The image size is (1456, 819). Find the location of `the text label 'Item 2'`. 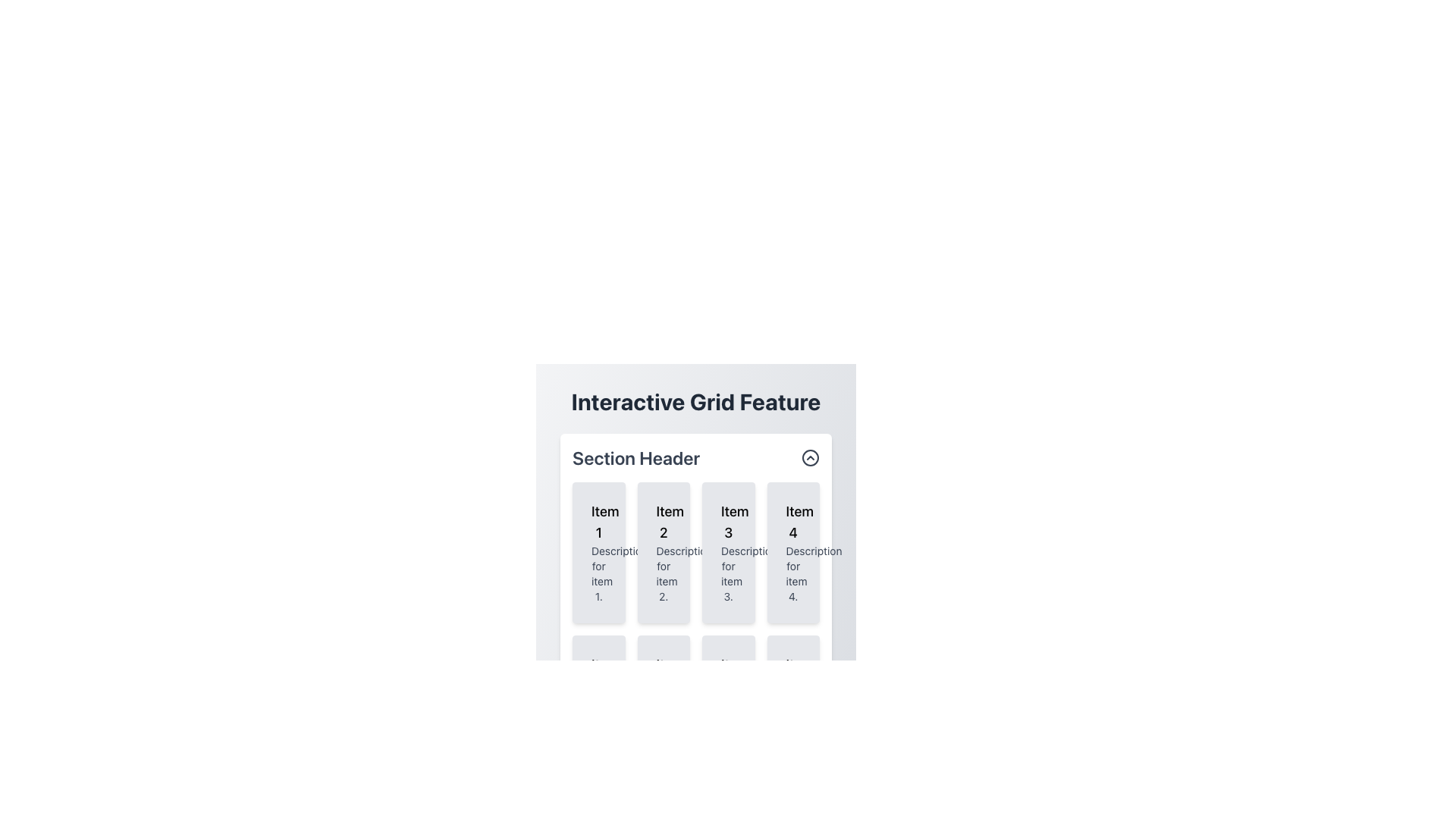

the text label 'Item 2' is located at coordinates (664, 522).